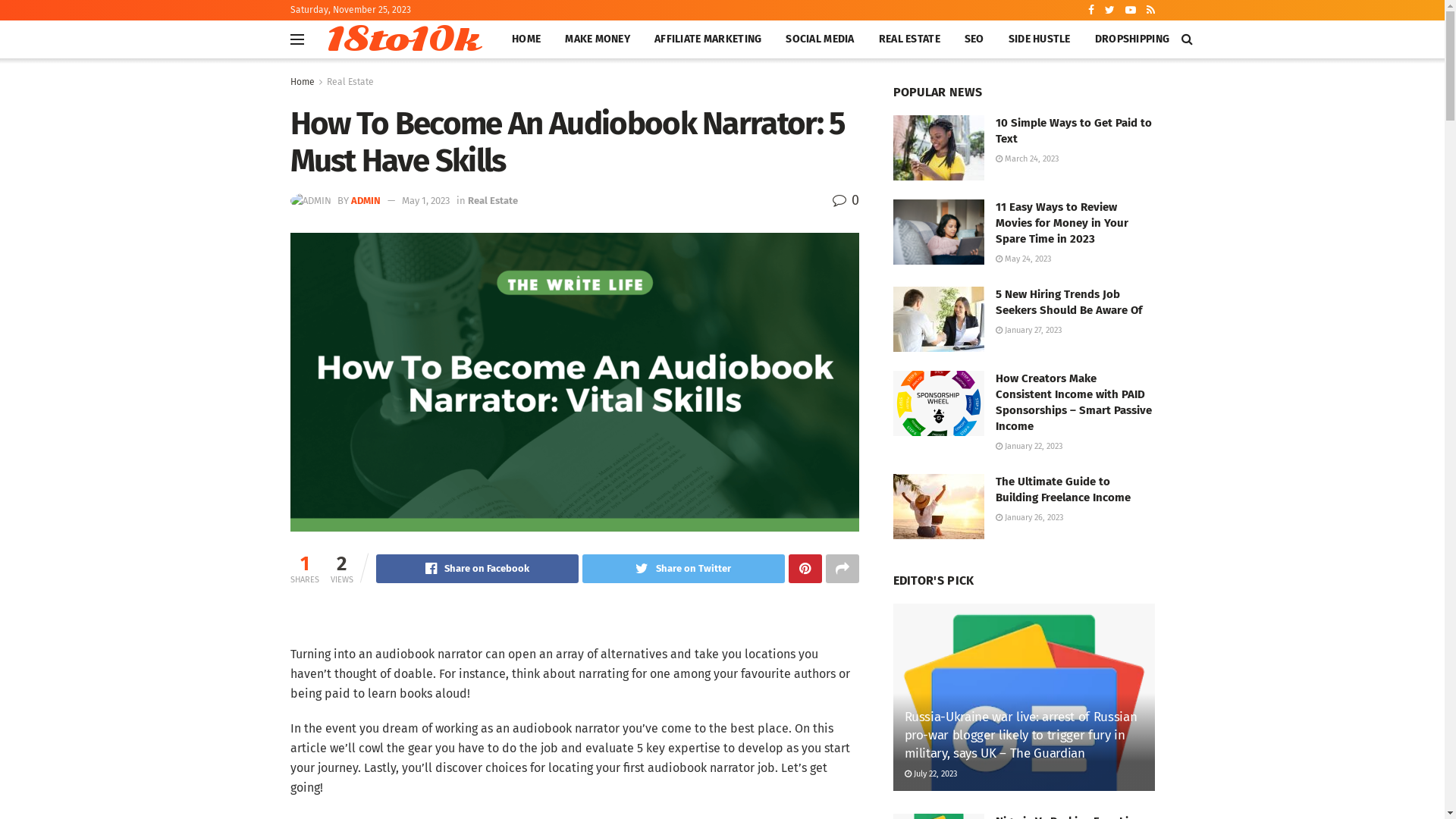 This screenshot has width=1456, height=819. What do you see at coordinates (425, 199) in the screenshot?
I see `'May 1, 2023'` at bounding box center [425, 199].